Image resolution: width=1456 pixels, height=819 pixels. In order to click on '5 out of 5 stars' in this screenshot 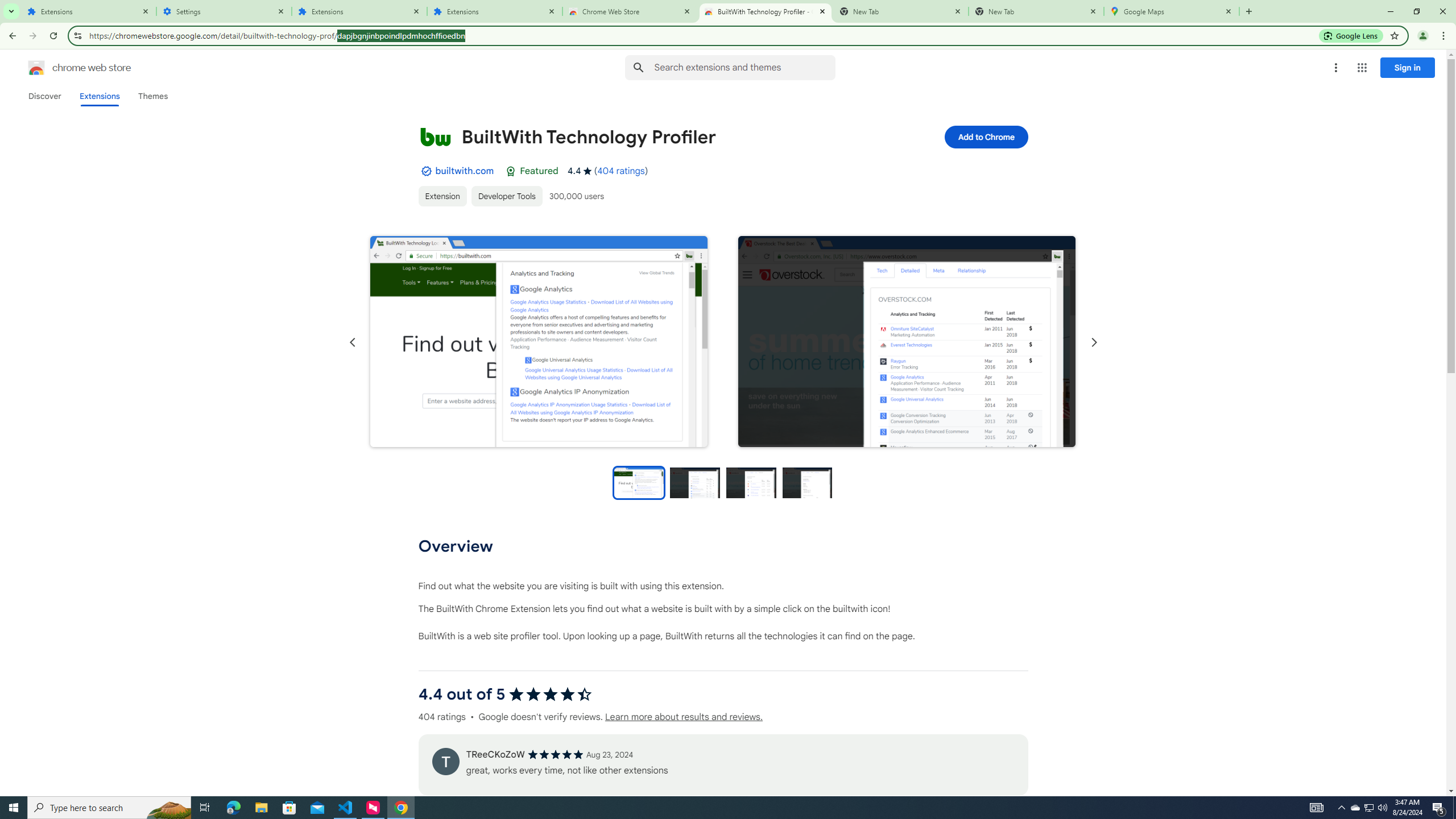, I will do `click(555, 754)`.